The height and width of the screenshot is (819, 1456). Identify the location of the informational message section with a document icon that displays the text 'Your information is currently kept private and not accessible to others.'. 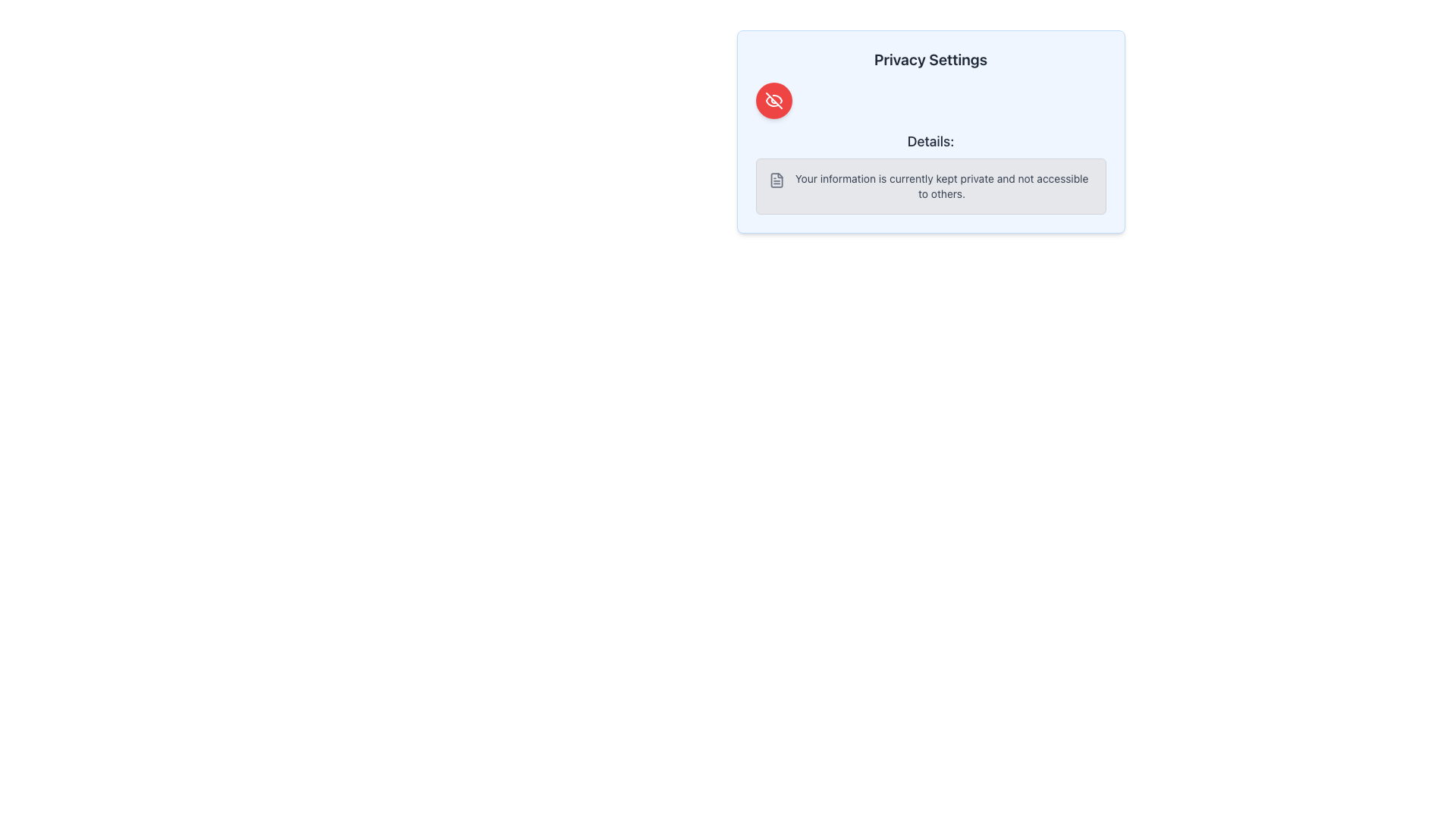
(930, 186).